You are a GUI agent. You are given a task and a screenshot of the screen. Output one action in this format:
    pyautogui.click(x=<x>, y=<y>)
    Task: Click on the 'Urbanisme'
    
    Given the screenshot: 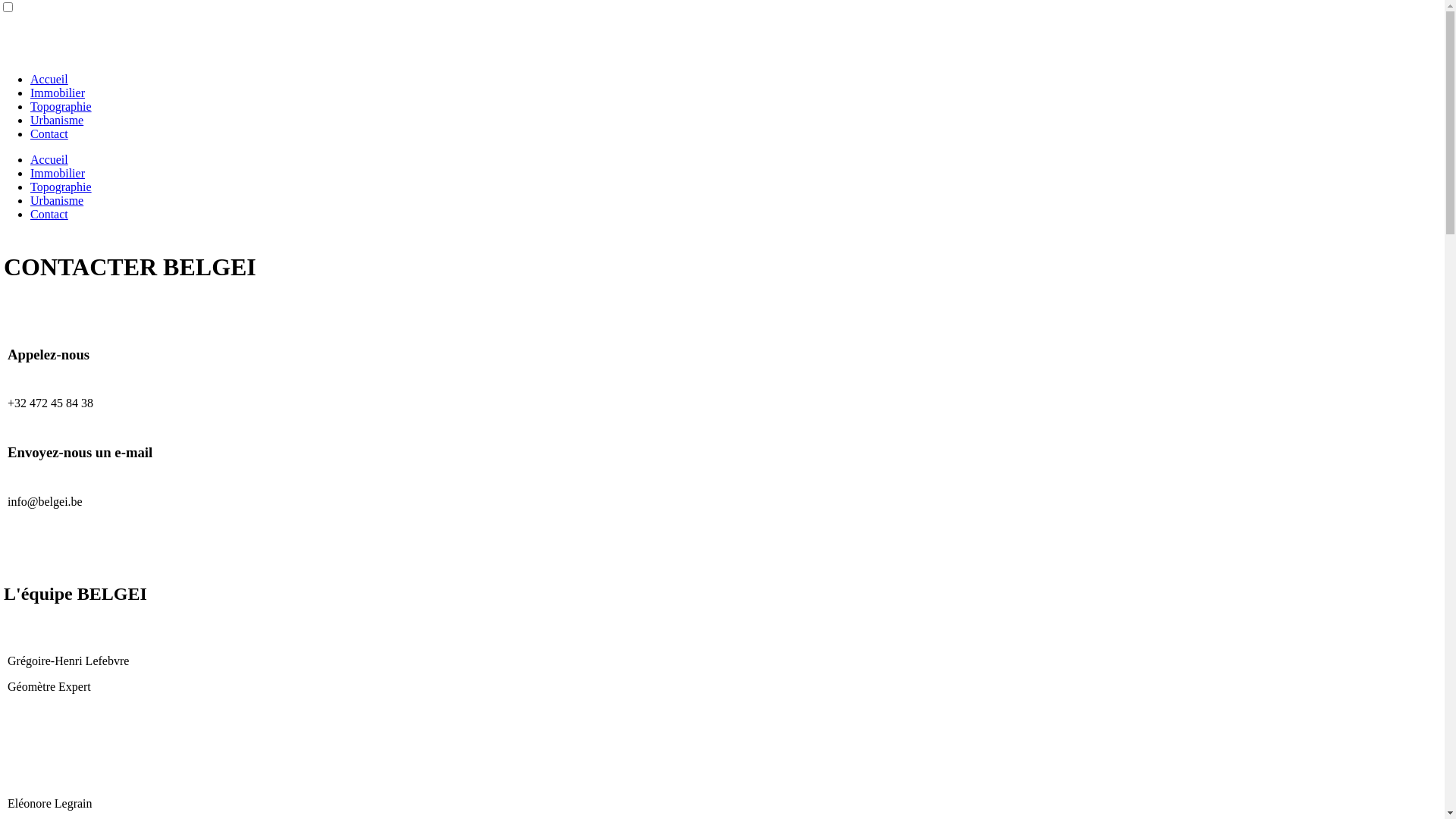 What is the action you would take?
    pyautogui.click(x=57, y=119)
    